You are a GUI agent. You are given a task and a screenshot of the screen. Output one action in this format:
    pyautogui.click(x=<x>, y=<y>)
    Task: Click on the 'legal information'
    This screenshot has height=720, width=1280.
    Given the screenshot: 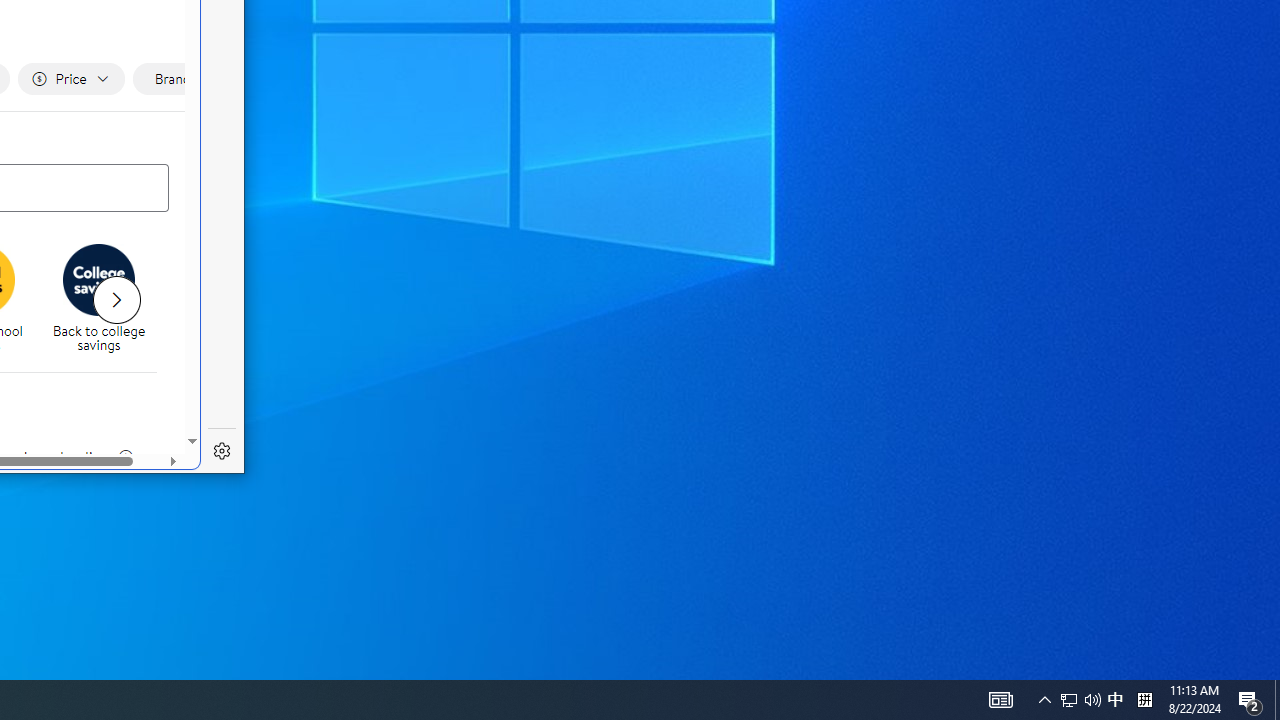 What is the action you would take?
    pyautogui.click(x=124, y=457)
    